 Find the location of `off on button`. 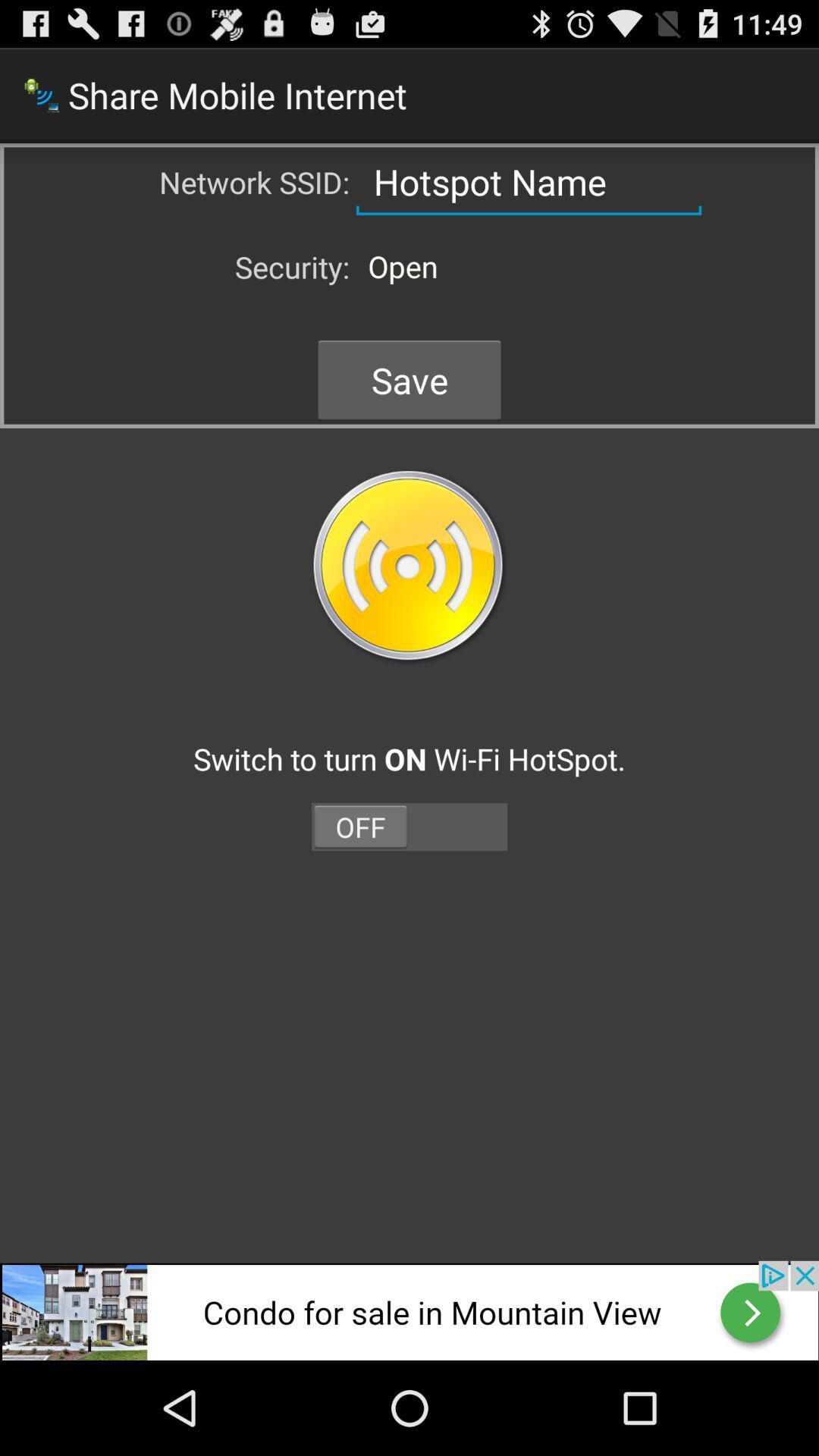

off on button is located at coordinates (409, 826).